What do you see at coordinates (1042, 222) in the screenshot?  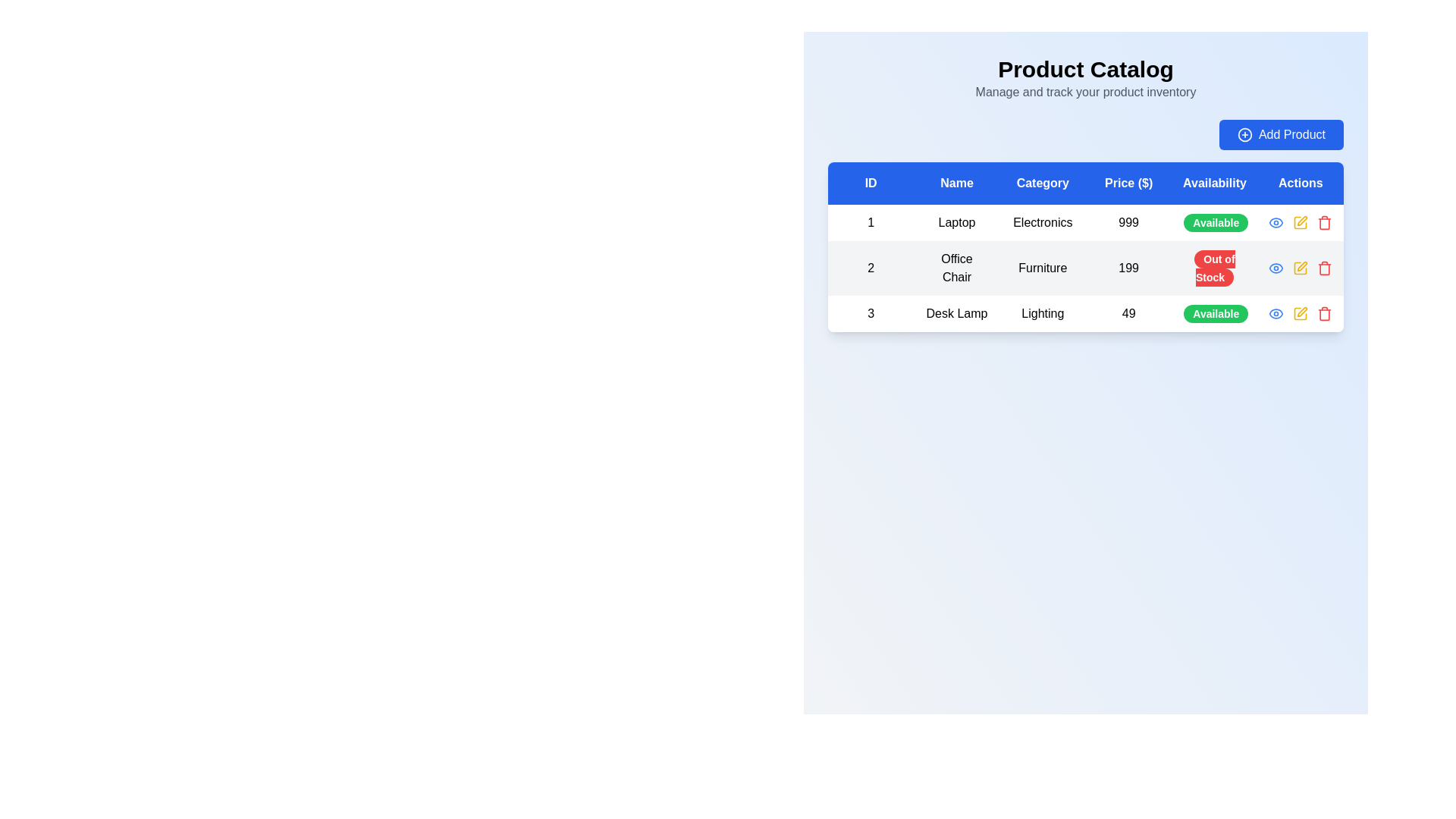 I see `the text label displaying 'Electronics', which is part of the table under the 'Category' column in the first row, associated with the entry for 'Laptop'` at bounding box center [1042, 222].